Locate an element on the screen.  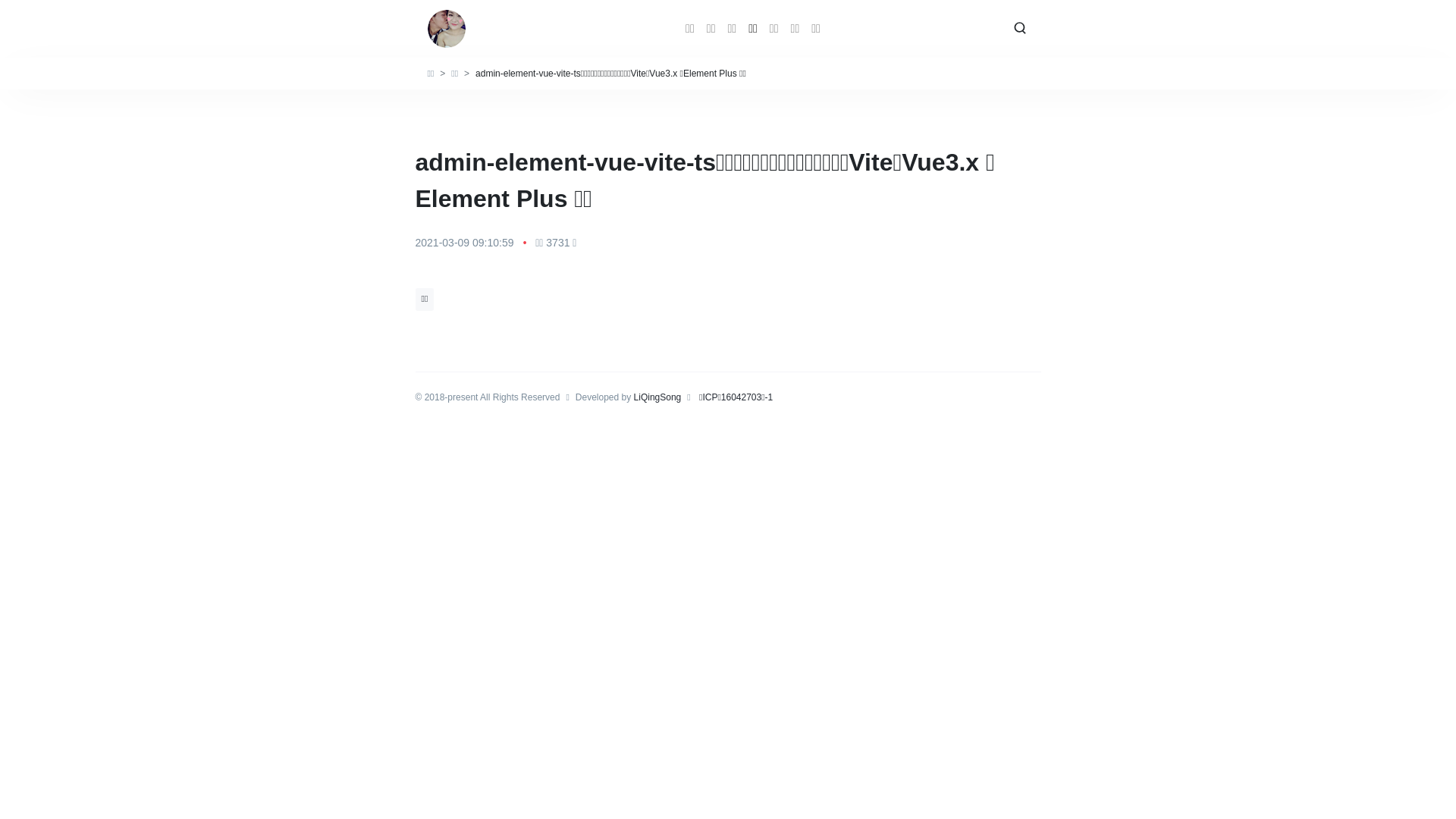
'LiQingSong' is located at coordinates (657, 397).